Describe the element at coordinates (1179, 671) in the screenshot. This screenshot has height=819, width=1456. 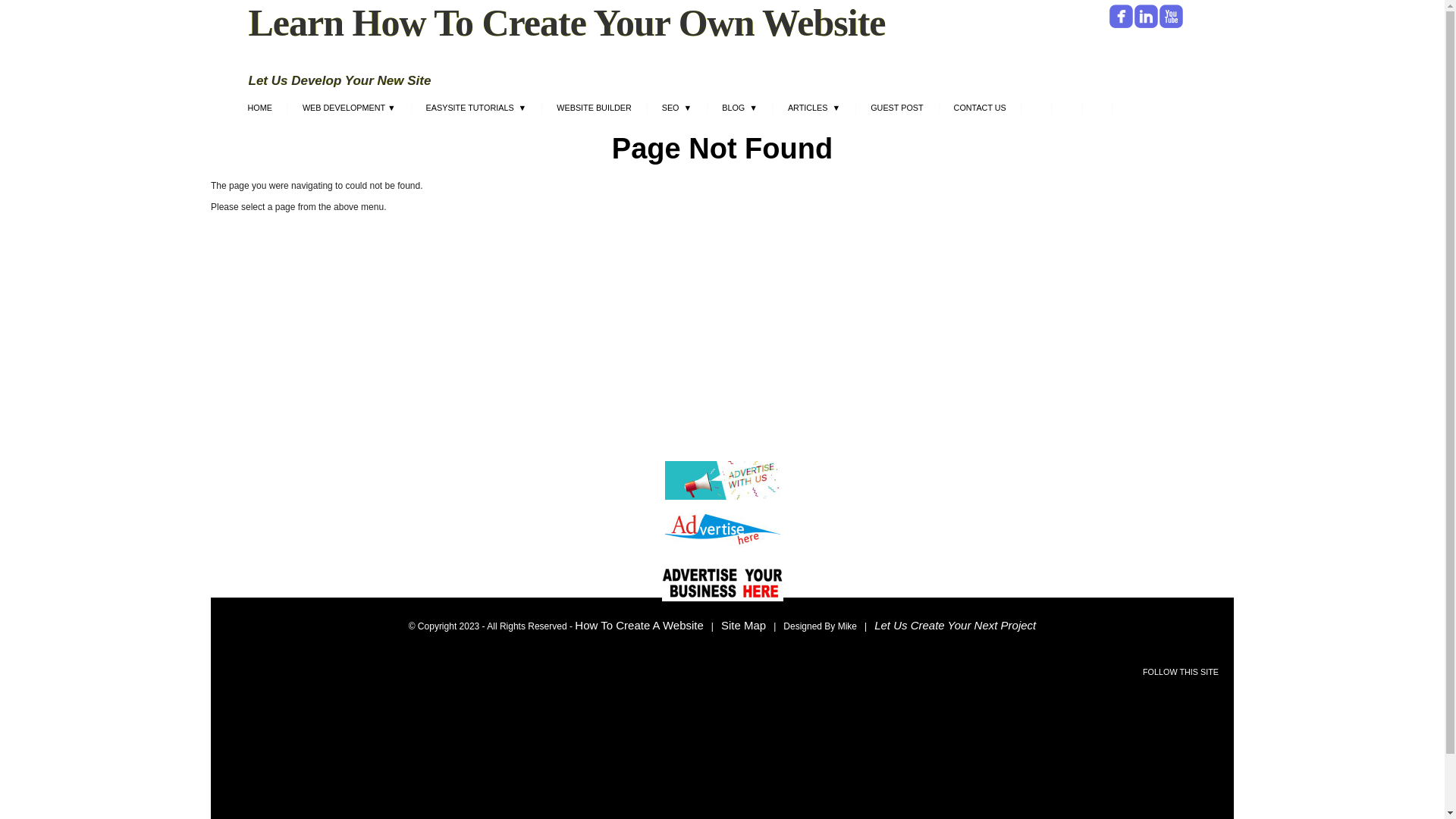
I see `'FOLLOW THIS SITE'` at that location.